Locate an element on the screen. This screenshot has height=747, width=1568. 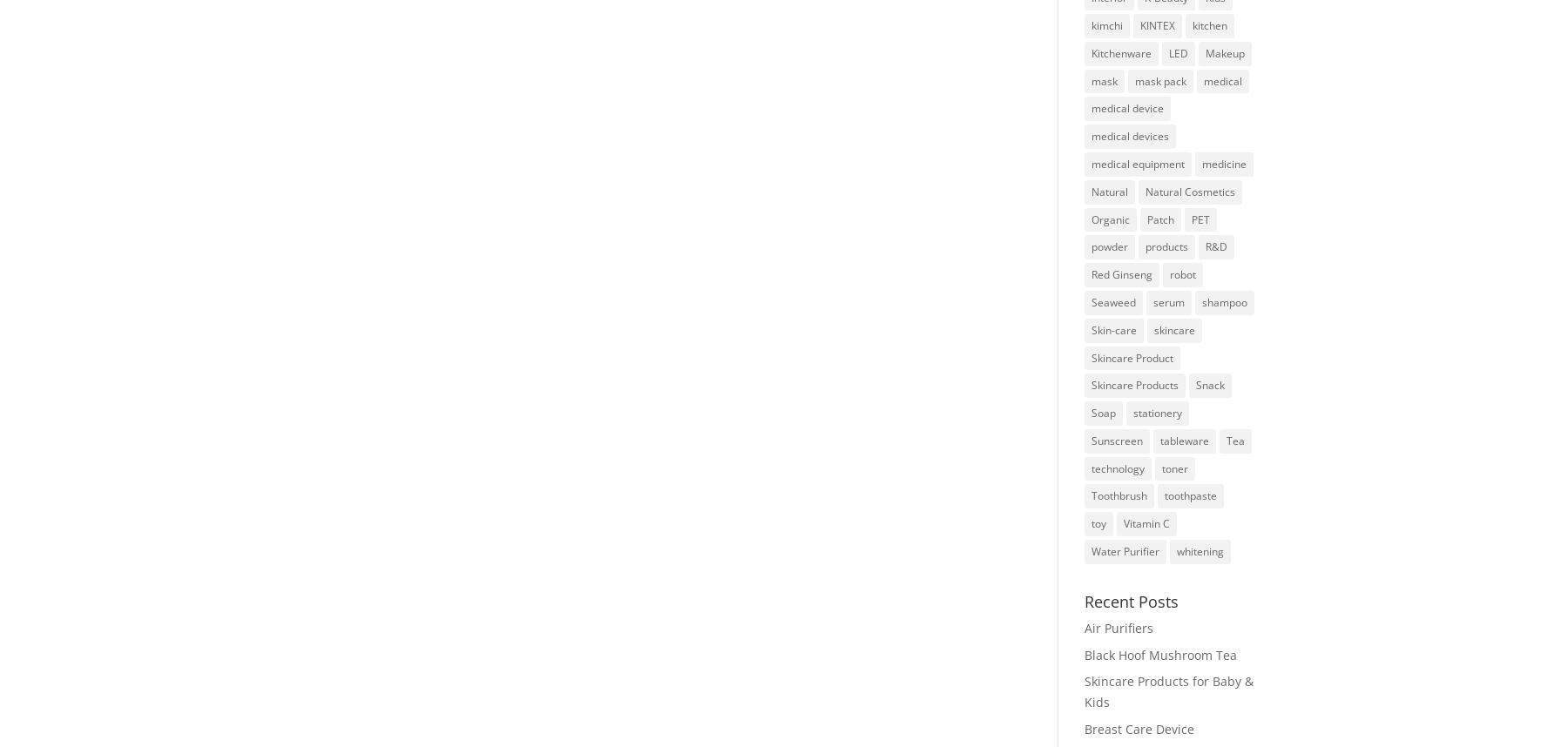
'KINTEX' is located at coordinates (1157, 24).